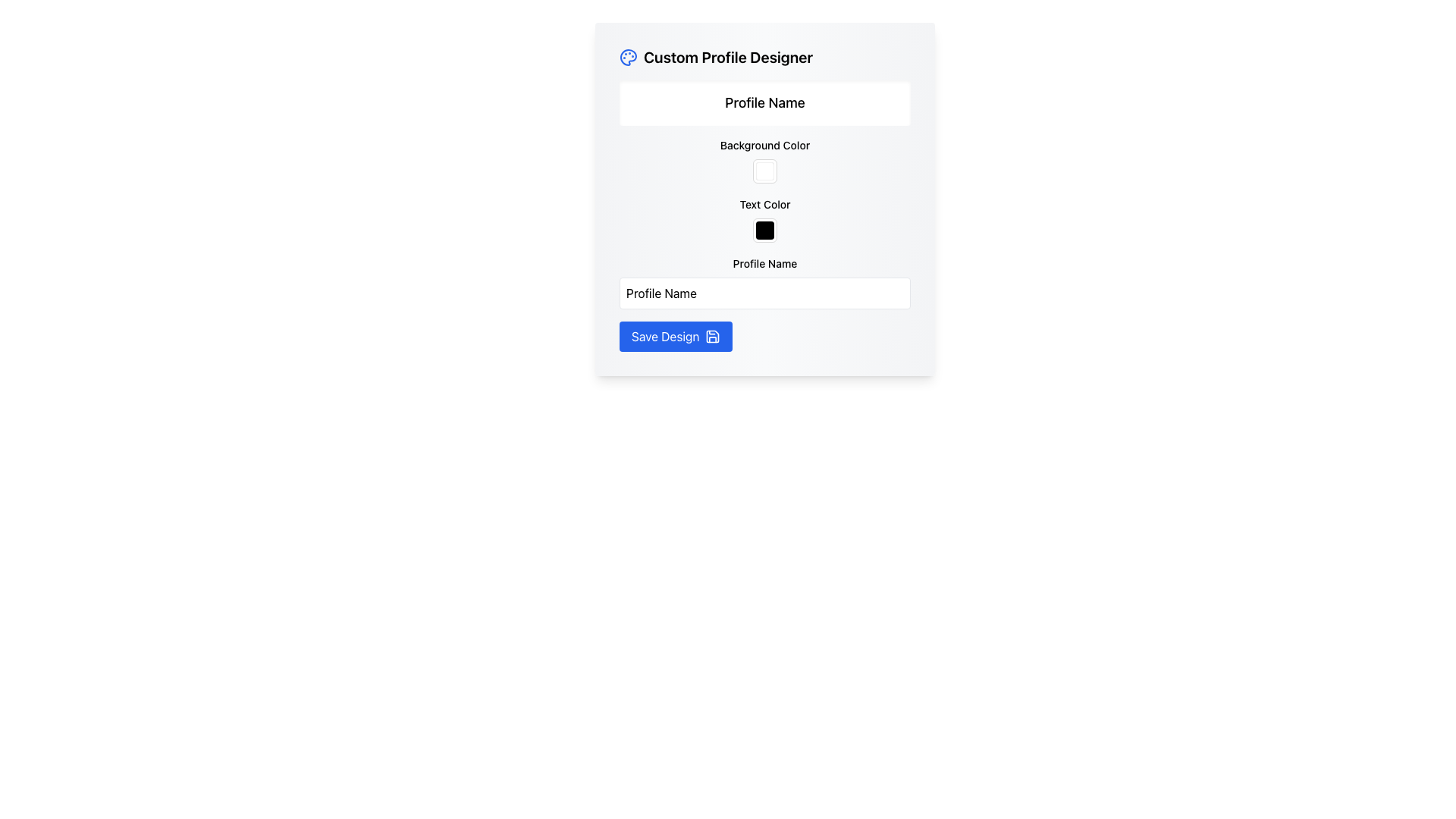  Describe the element at coordinates (675, 335) in the screenshot. I see `the rectangular blue button labeled 'Save Design' with a floppy disk icon` at that location.